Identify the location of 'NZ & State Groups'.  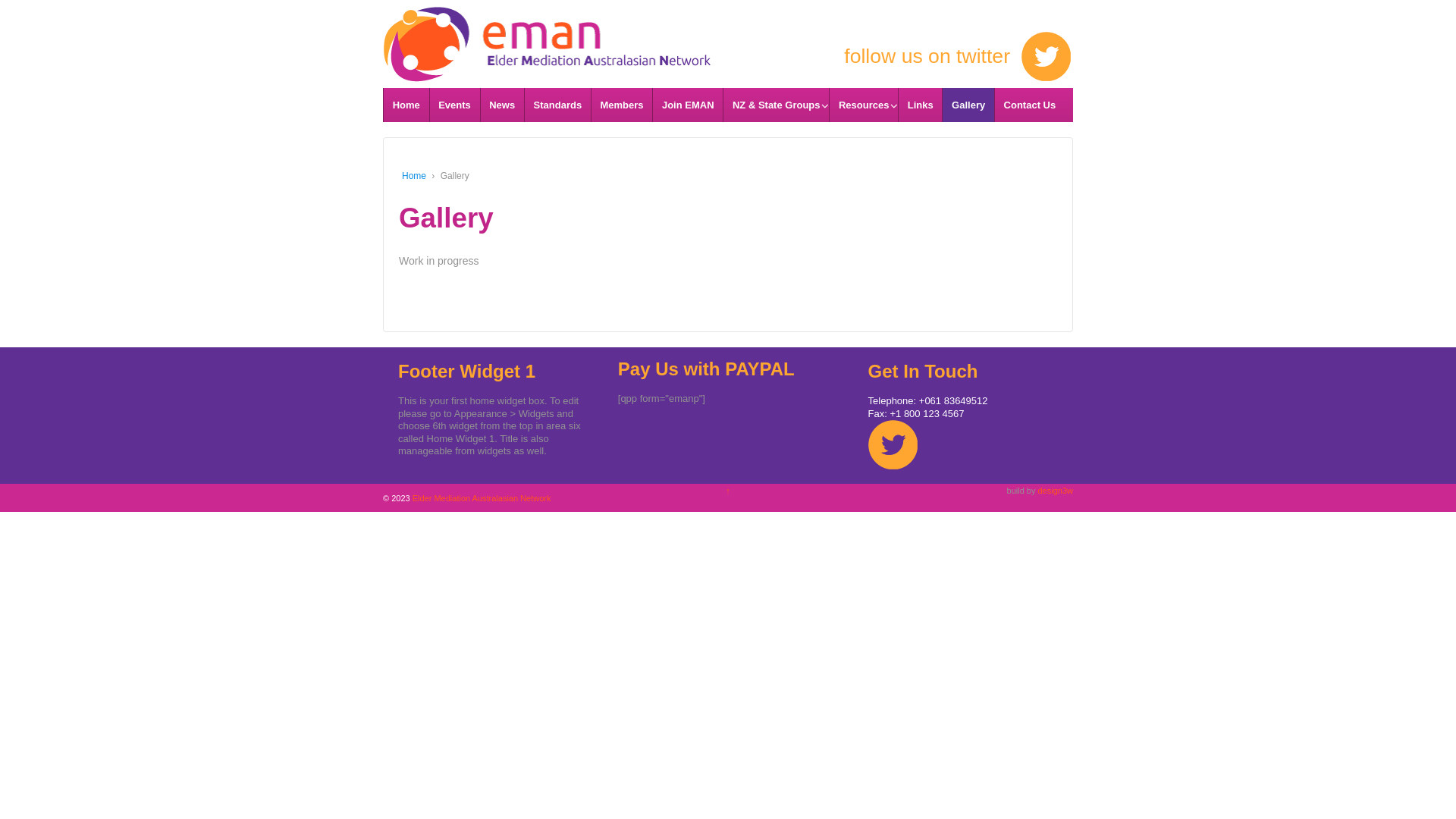
(775, 104).